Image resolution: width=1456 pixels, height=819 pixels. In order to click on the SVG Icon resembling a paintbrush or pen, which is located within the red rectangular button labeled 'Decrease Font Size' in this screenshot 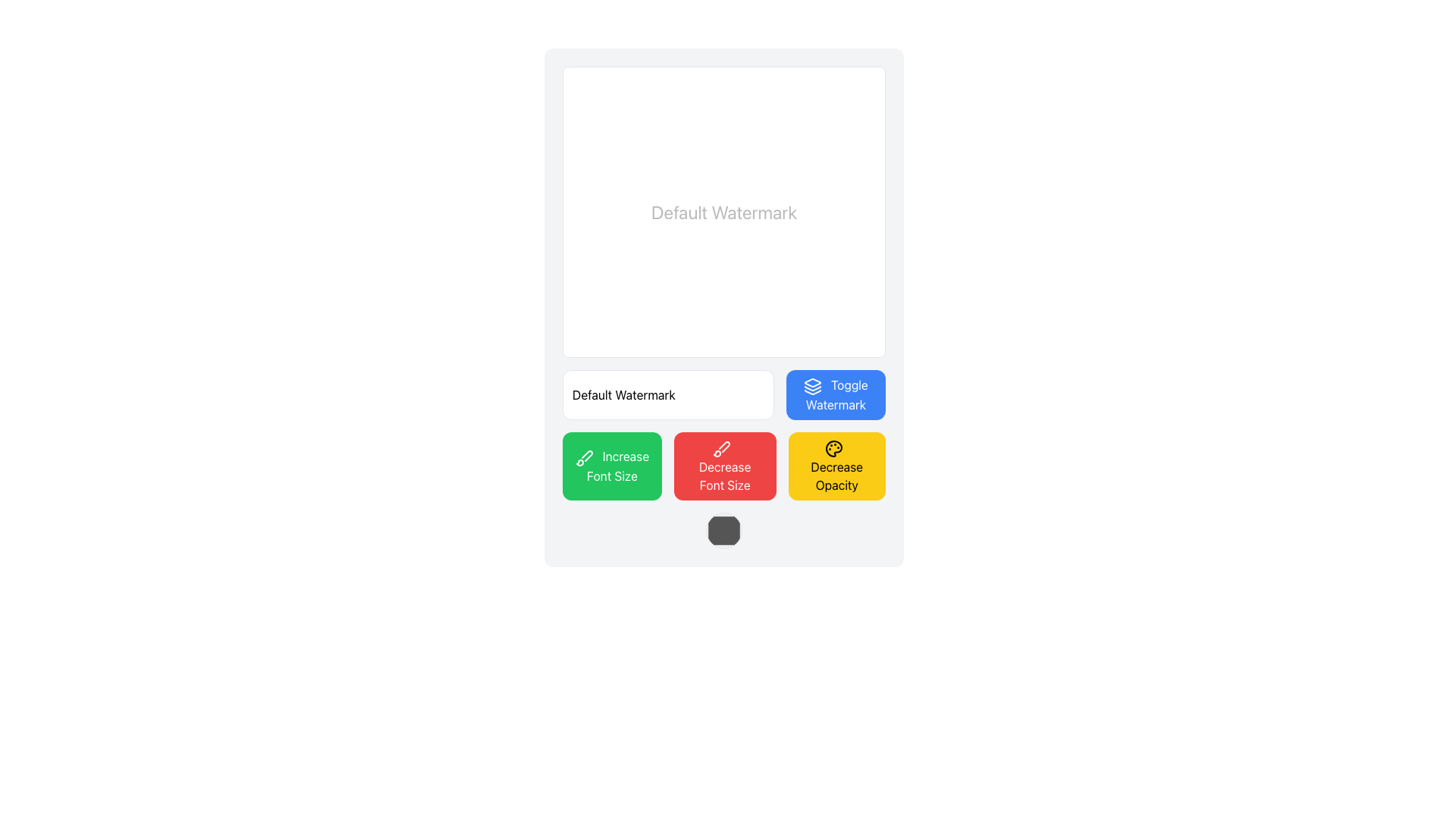, I will do `click(721, 447)`.